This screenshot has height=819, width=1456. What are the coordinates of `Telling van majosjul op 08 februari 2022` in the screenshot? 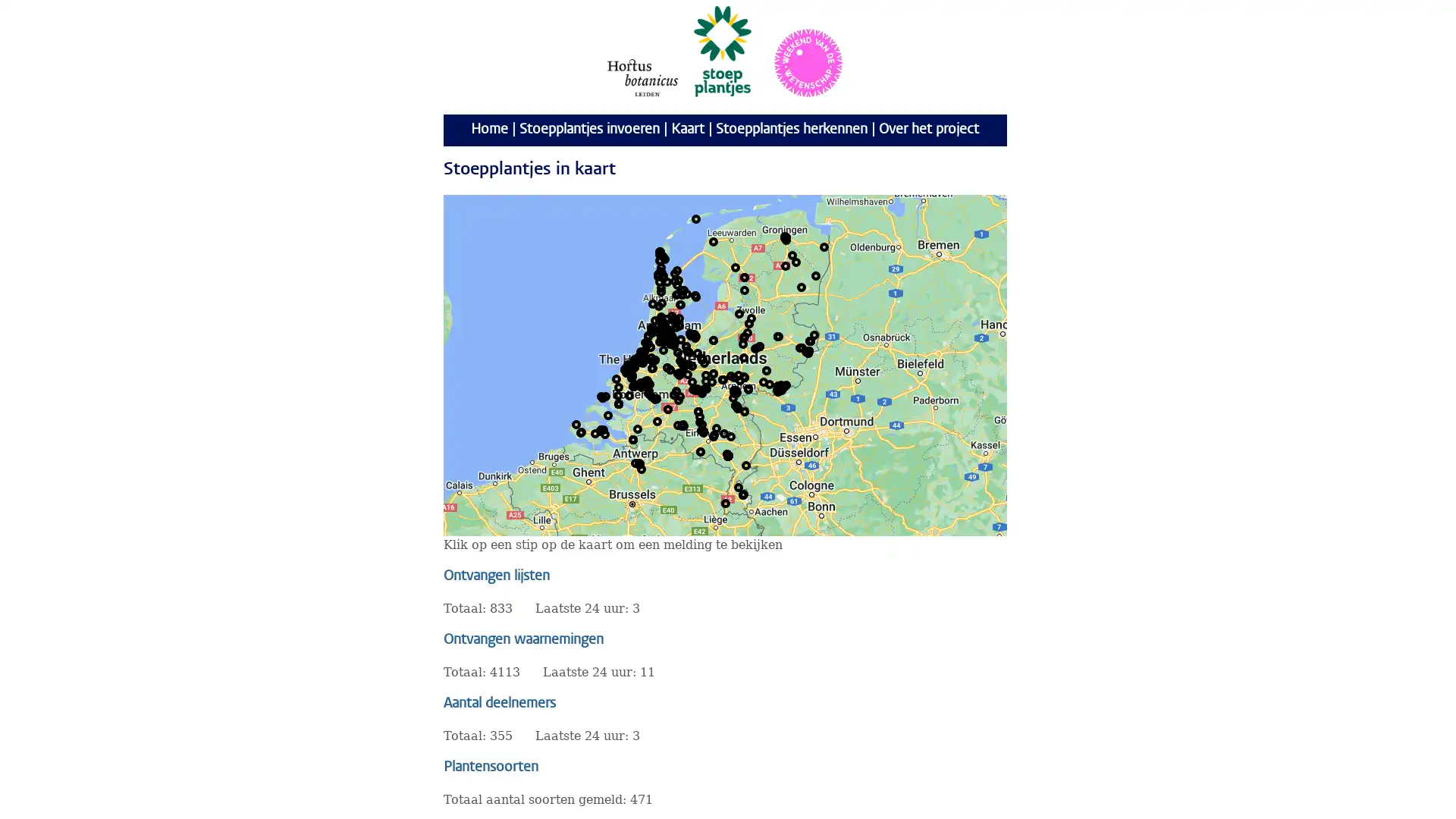 It's located at (651, 327).